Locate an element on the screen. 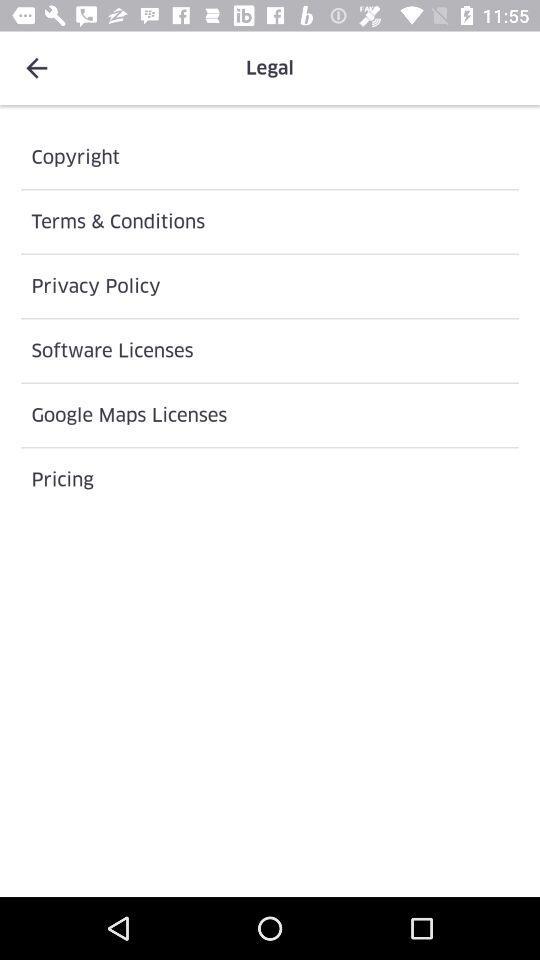 This screenshot has height=960, width=540. copyright icon is located at coordinates (270, 156).